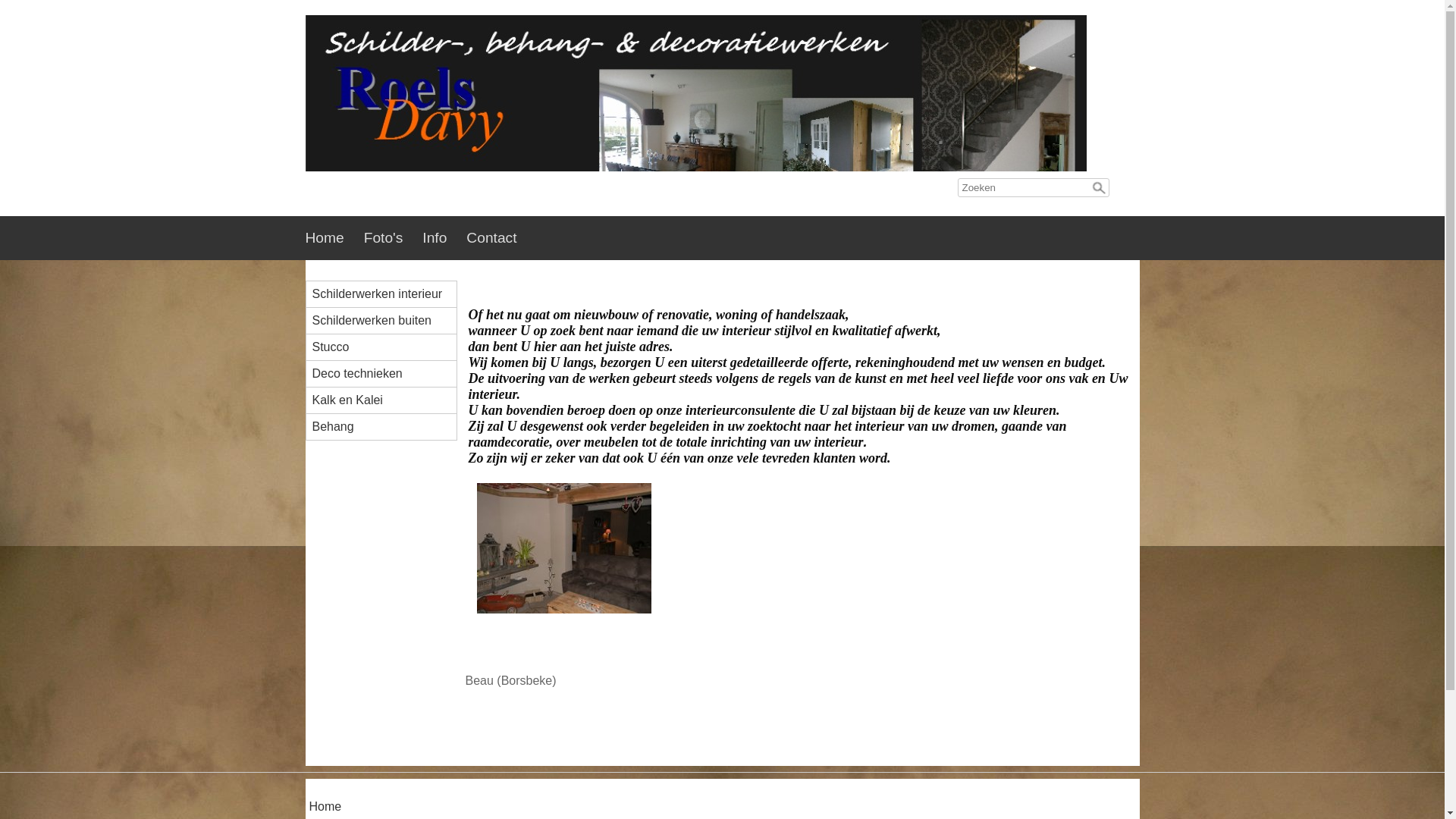 The height and width of the screenshot is (819, 1456). Describe the element at coordinates (387, 347) in the screenshot. I see `'Stucco'` at that location.